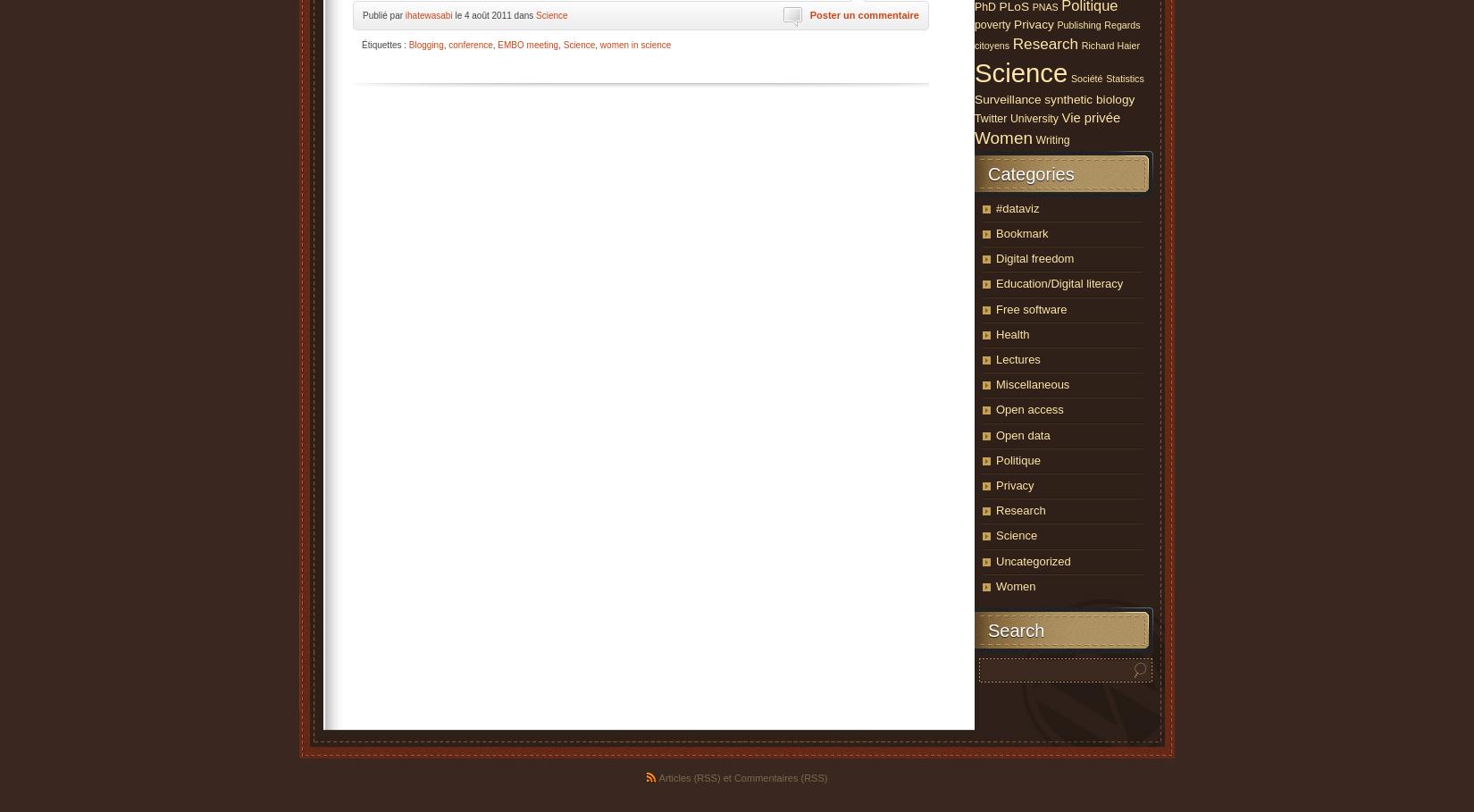 The width and height of the screenshot is (1474, 812). What do you see at coordinates (451, 14) in the screenshot?
I see `'le 4 août 2011 dans'` at bounding box center [451, 14].